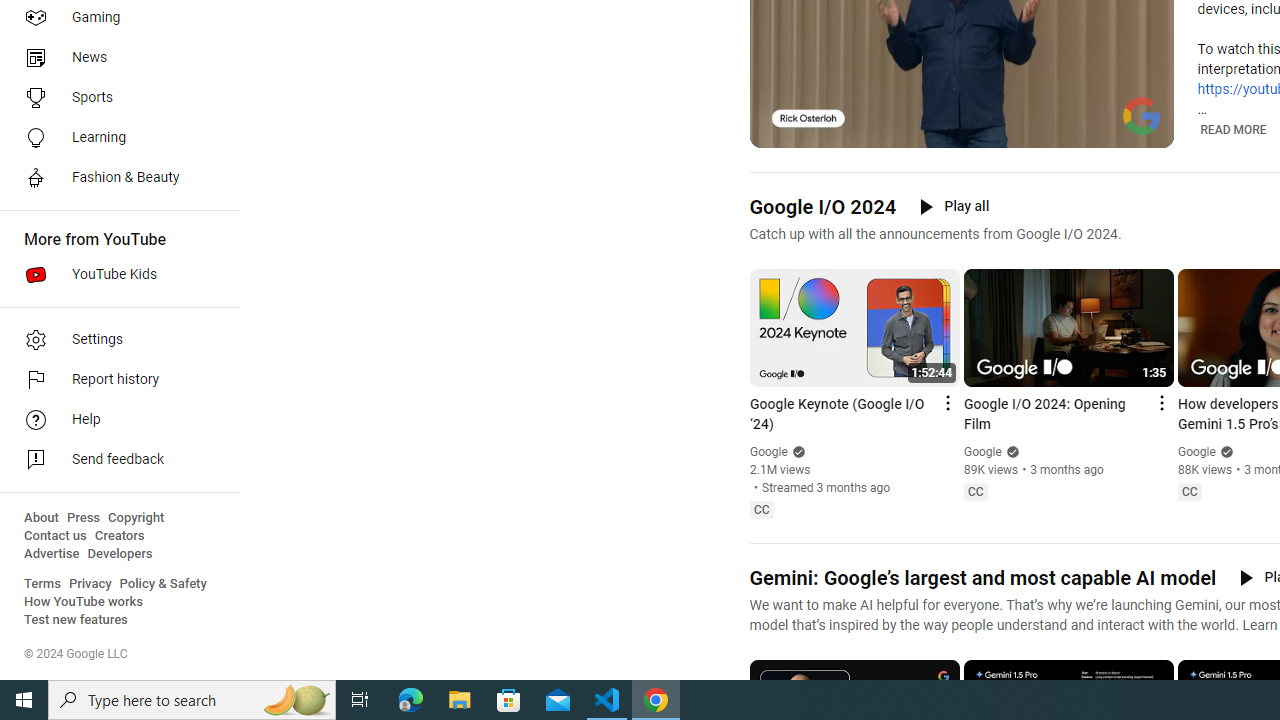  Describe the element at coordinates (112, 380) in the screenshot. I see `'Report history'` at that location.